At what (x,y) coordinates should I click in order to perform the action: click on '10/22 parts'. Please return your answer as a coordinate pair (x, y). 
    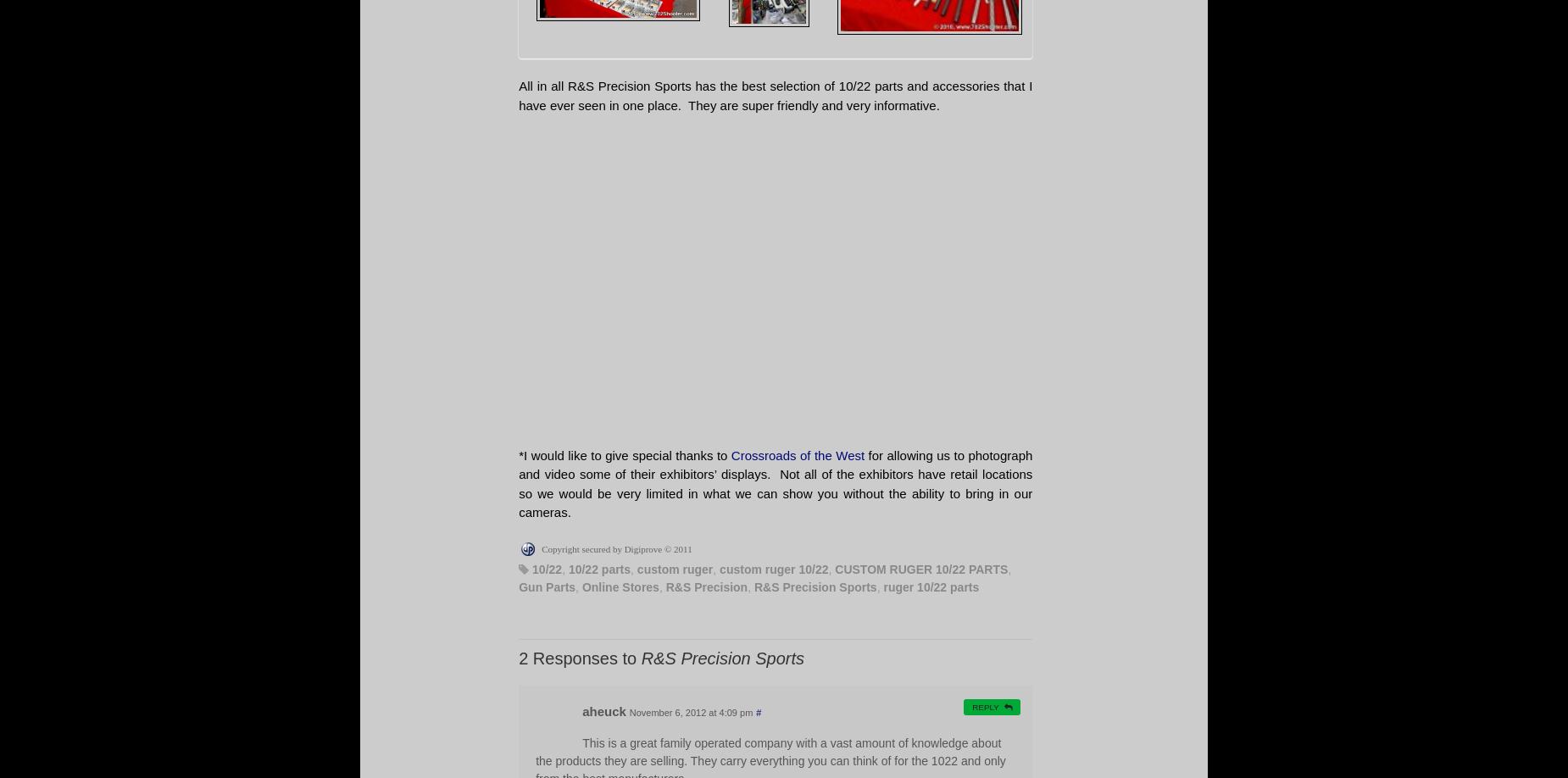
    Looking at the image, I should click on (599, 568).